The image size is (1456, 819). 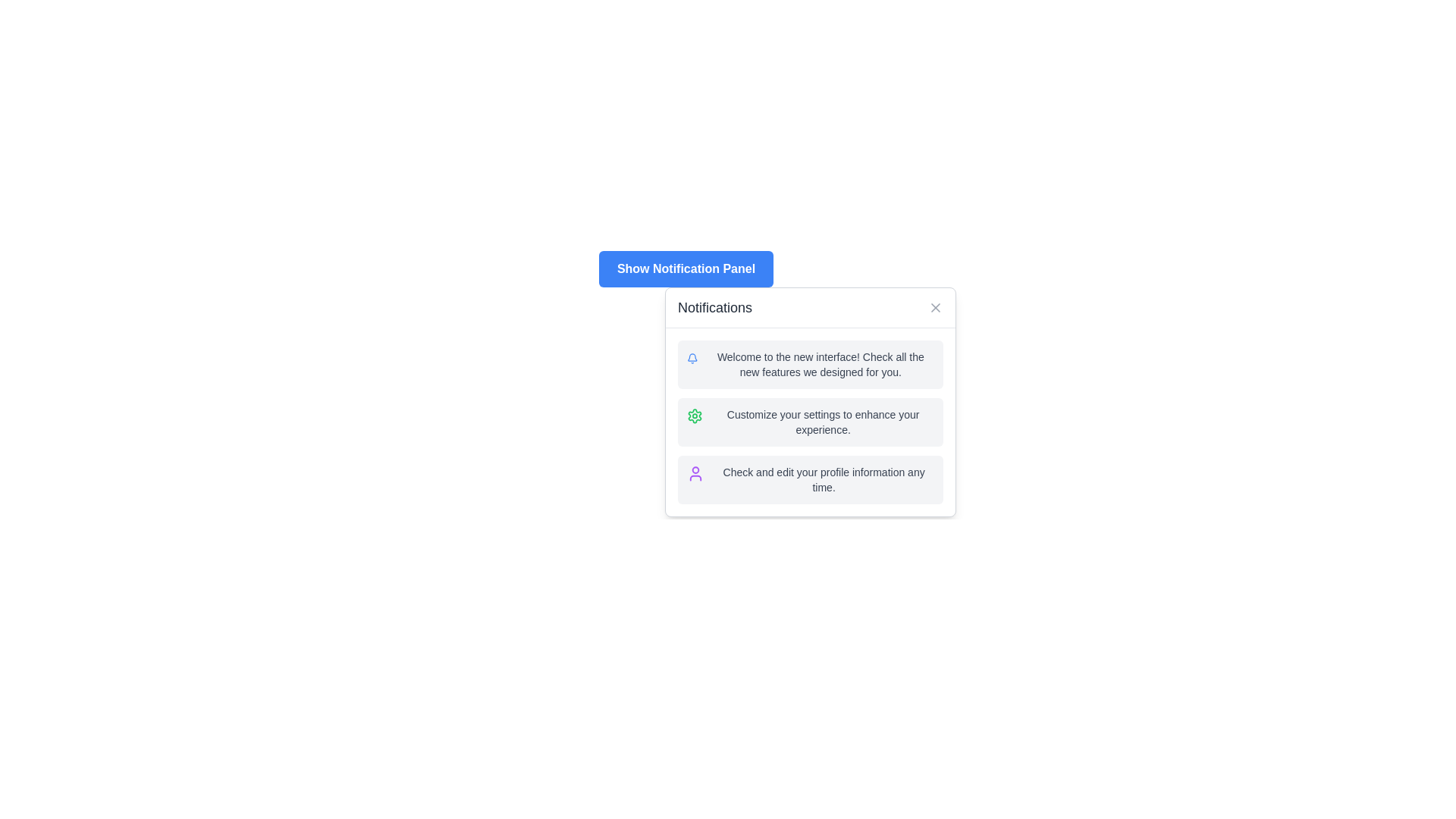 What do you see at coordinates (686, 366) in the screenshot?
I see `the Popup Notification Panel, which is a fixed rectangular panel with a white background and rounded corners, containing a title and a list of notifications` at bounding box center [686, 366].